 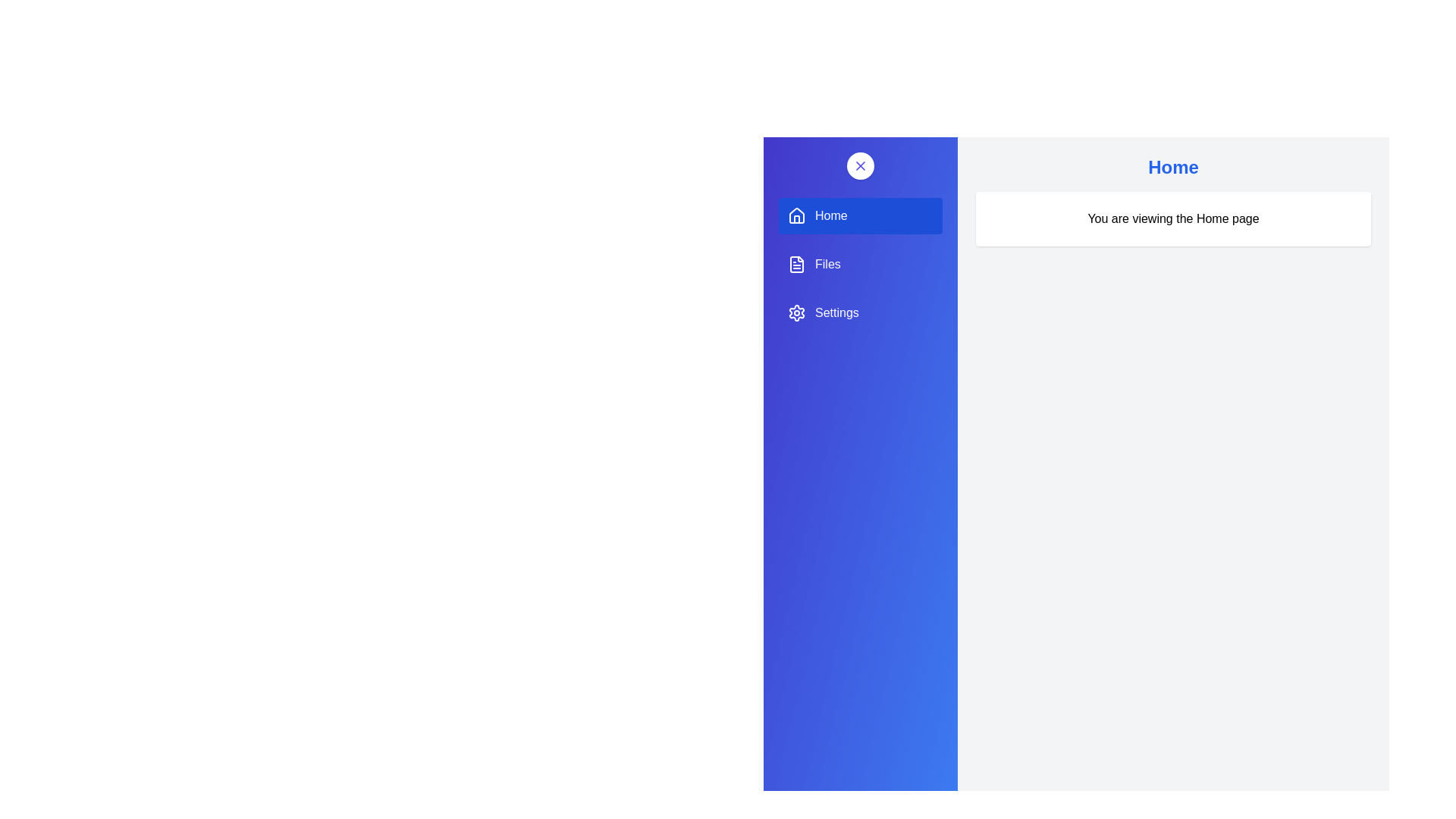 What do you see at coordinates (860, 263) in the screenshot?
I see `the menu item Files from the navigation drawer` at bounding box center [860, 263].